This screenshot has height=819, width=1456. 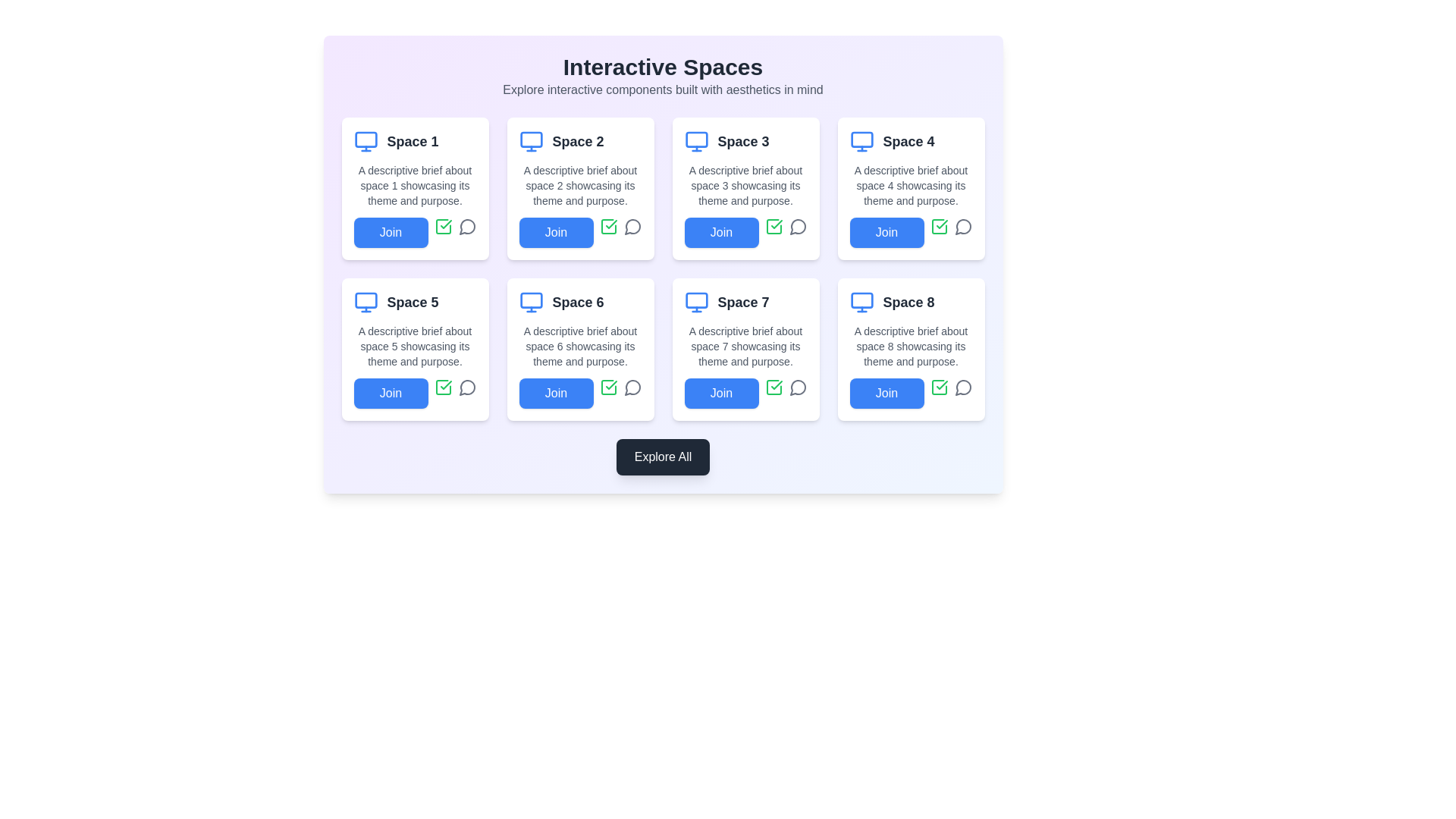 What do you see at coordinates (577, 141) in the screenshot?
I see `the text label titled 'Space 2' located in the second card of the first row, positioned to the right of a monitor icon and above the 'Join' button` at bounding box center [577, 141].